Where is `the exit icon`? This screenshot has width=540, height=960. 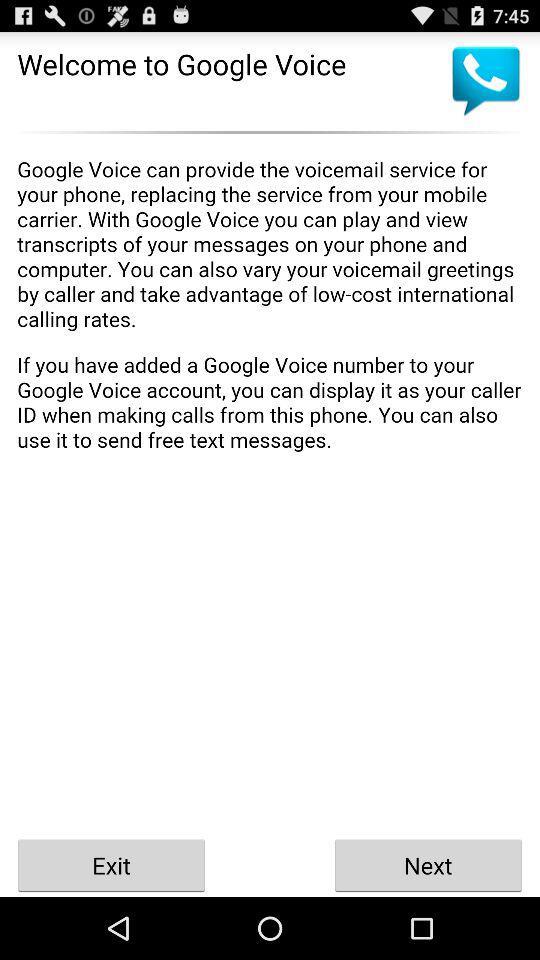 the exit icon is located at coordinates (111, 864).